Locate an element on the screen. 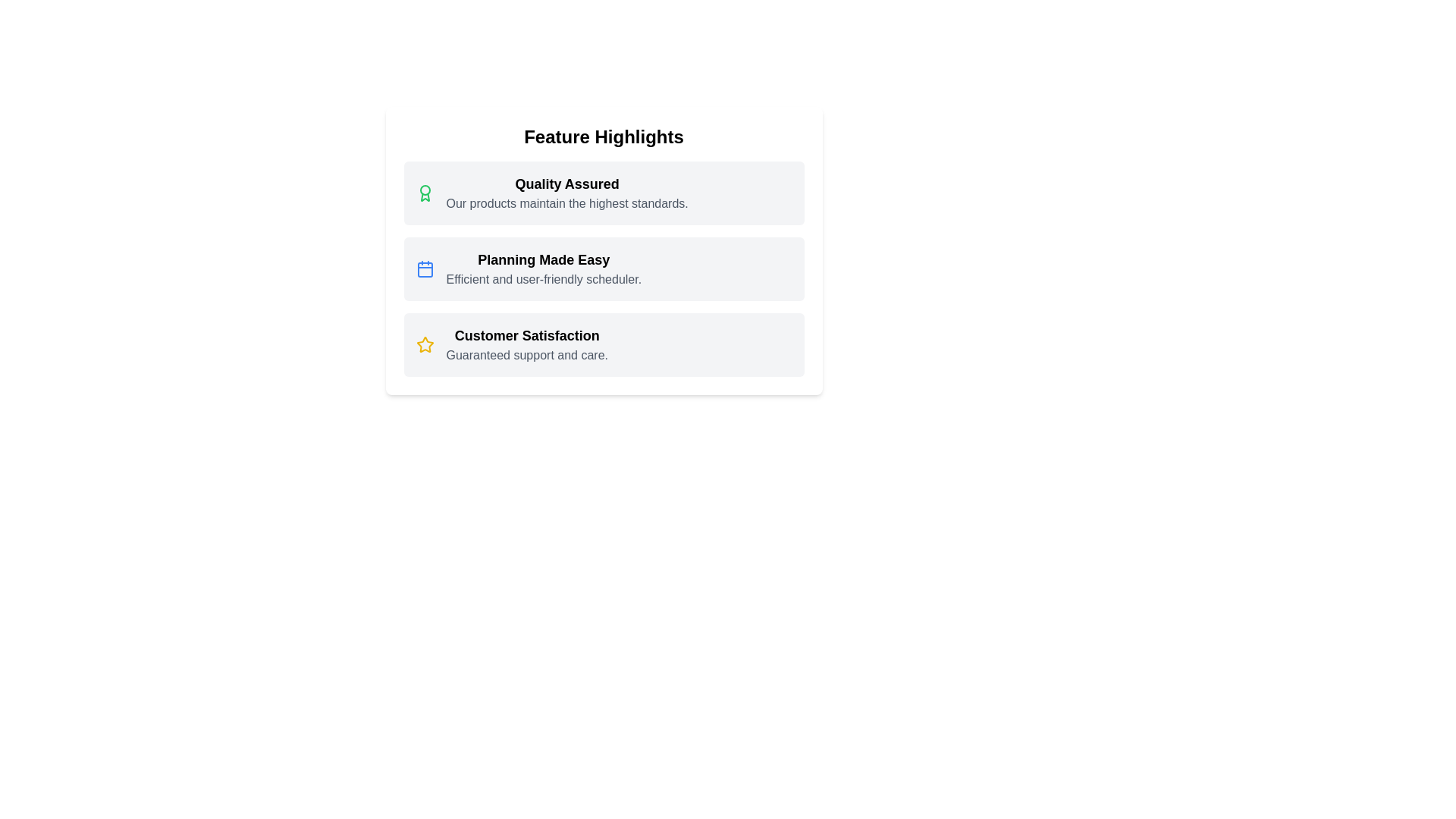 This screenshot has height=819, width=1456. the SVG rectangle with rounded edges that represents the calendar icon, which is the second item in the list of feature highlights, located to the left of the text 'Planning Made Easy' is located at coordinates (425, 268).